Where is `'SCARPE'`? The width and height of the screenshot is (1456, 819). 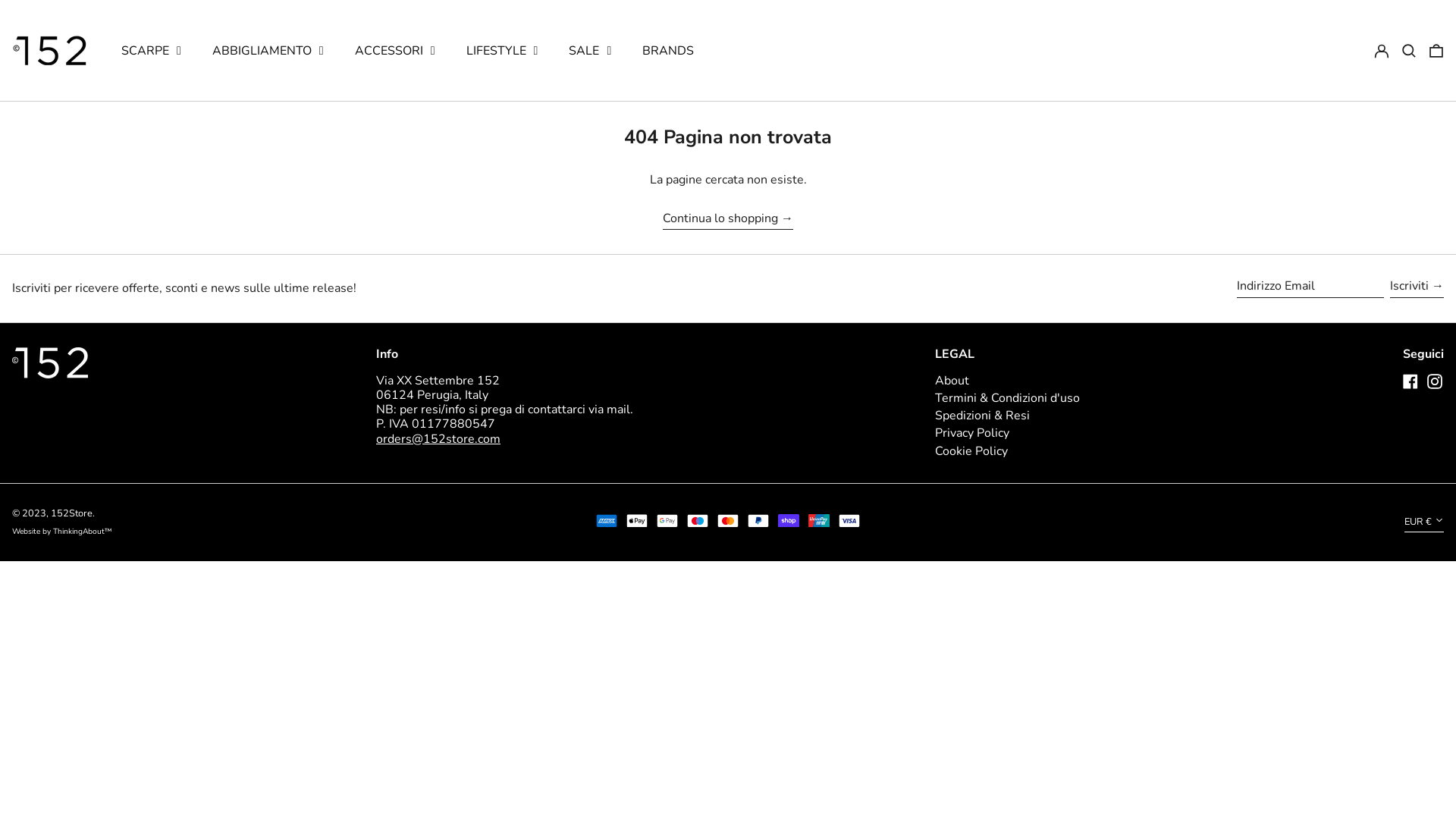
'SCARPE' is located at coordinates (151, 49).